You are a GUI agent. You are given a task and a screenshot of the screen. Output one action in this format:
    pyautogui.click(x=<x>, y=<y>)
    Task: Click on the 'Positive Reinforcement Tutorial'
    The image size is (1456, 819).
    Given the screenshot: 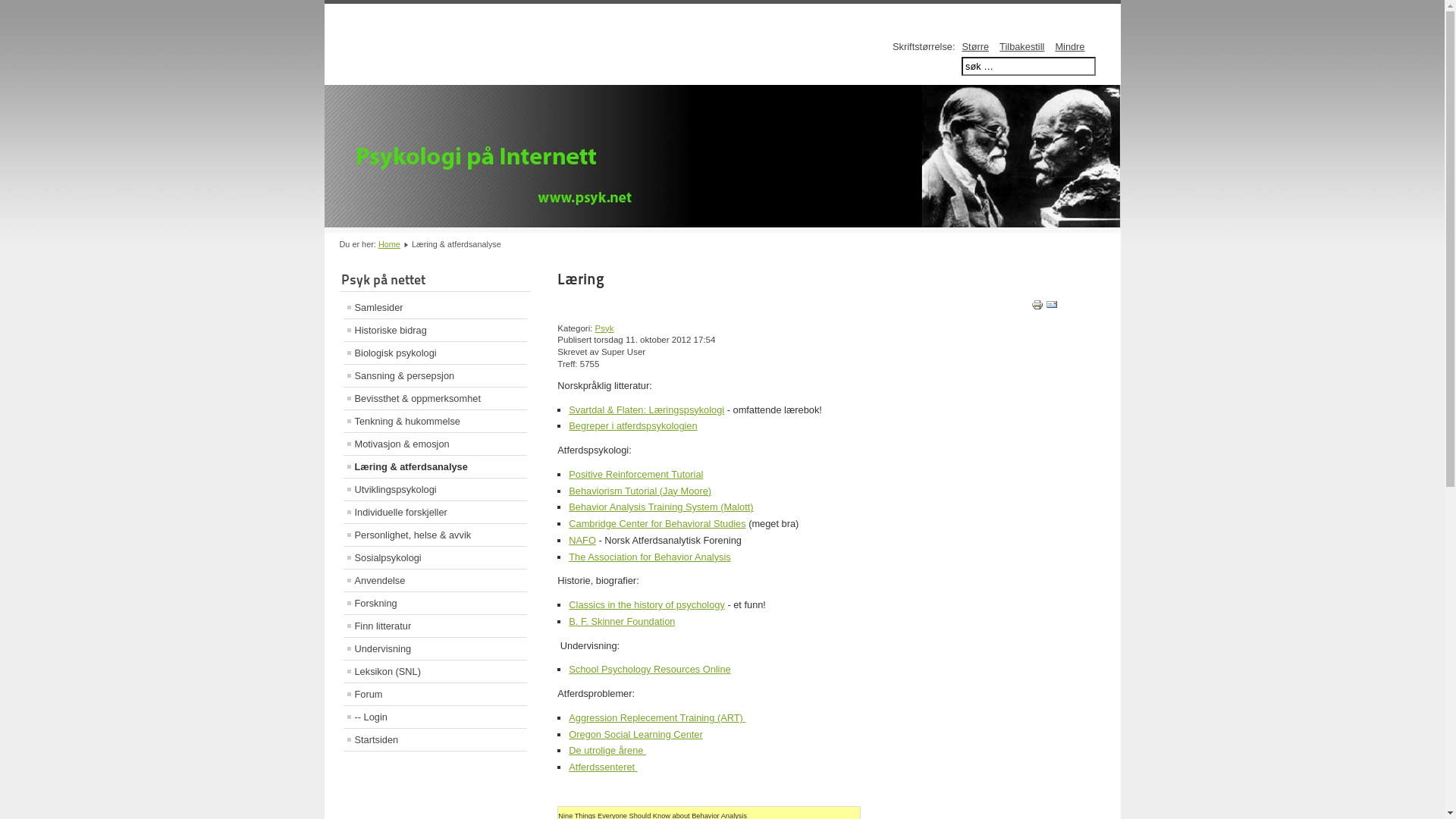 What is the action you would take?
    pyautogui.click(x=635, y=473)
    